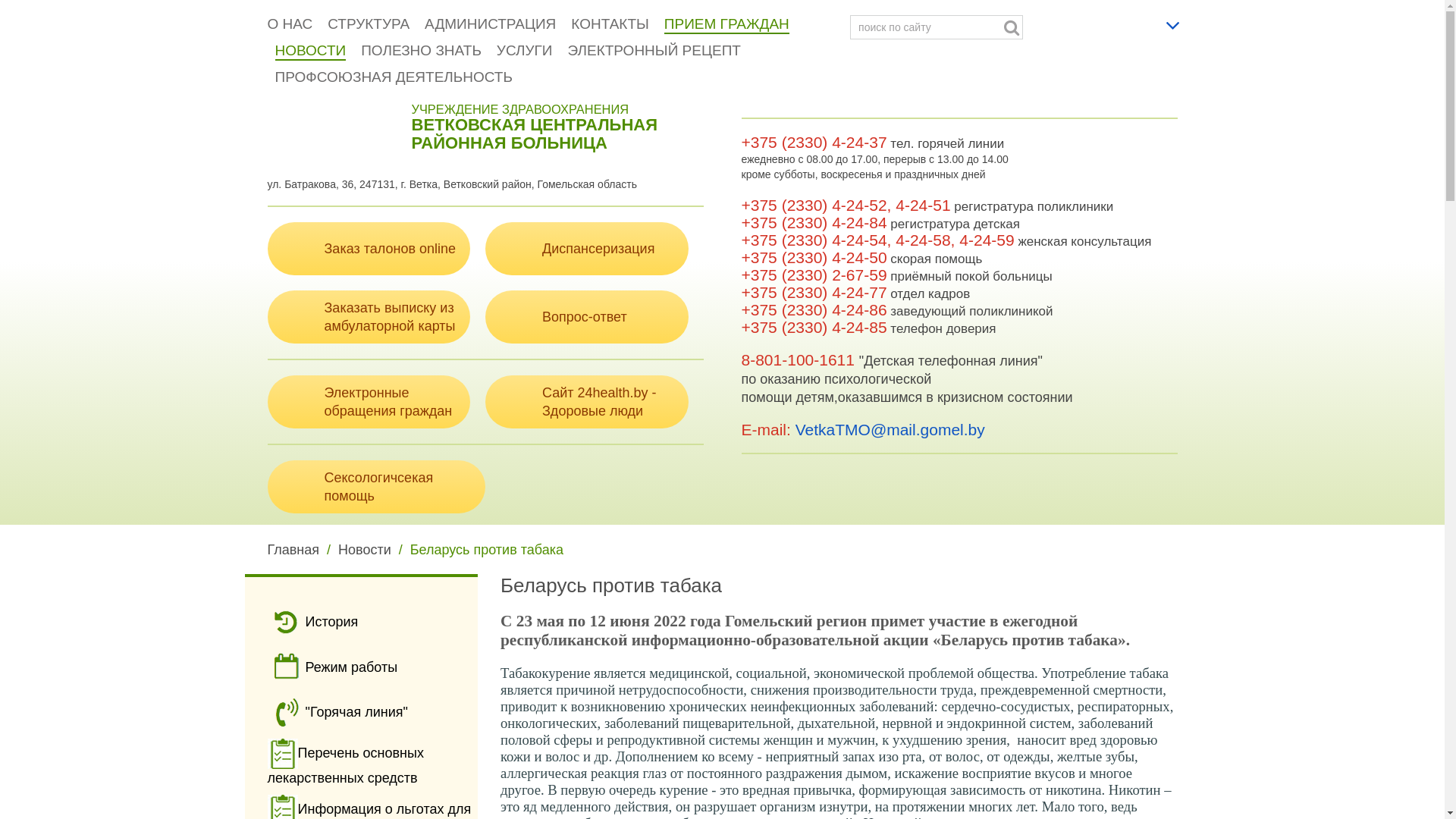 This screenshot has height=819, width=1456. What do you see at coordinates (1135, 20) in the screenshot?
I see `'Russian'` at bounding box center [1135, 20].